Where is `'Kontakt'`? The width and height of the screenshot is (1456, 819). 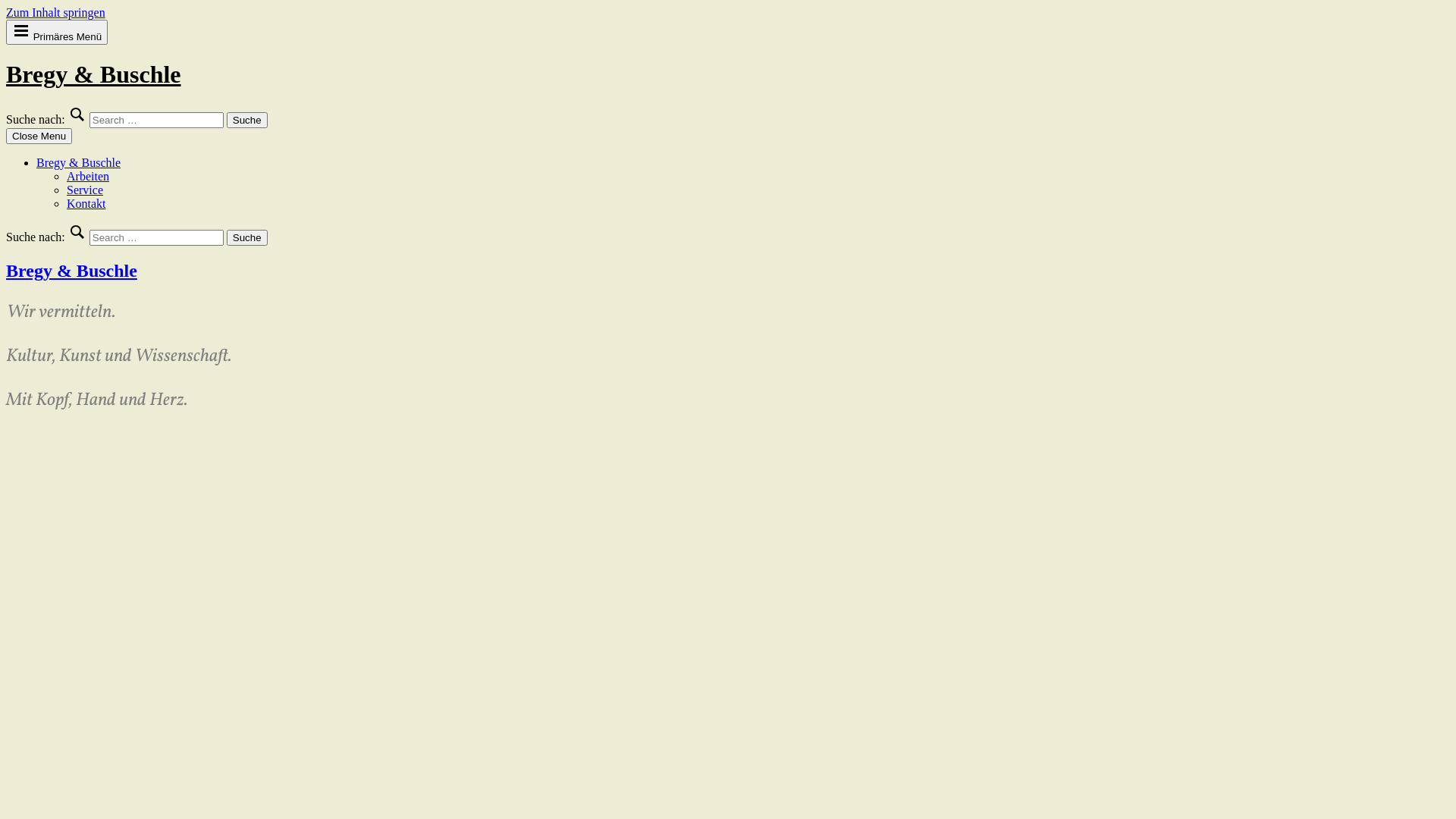 'Kontakt' is located at coordinates (86, 202).